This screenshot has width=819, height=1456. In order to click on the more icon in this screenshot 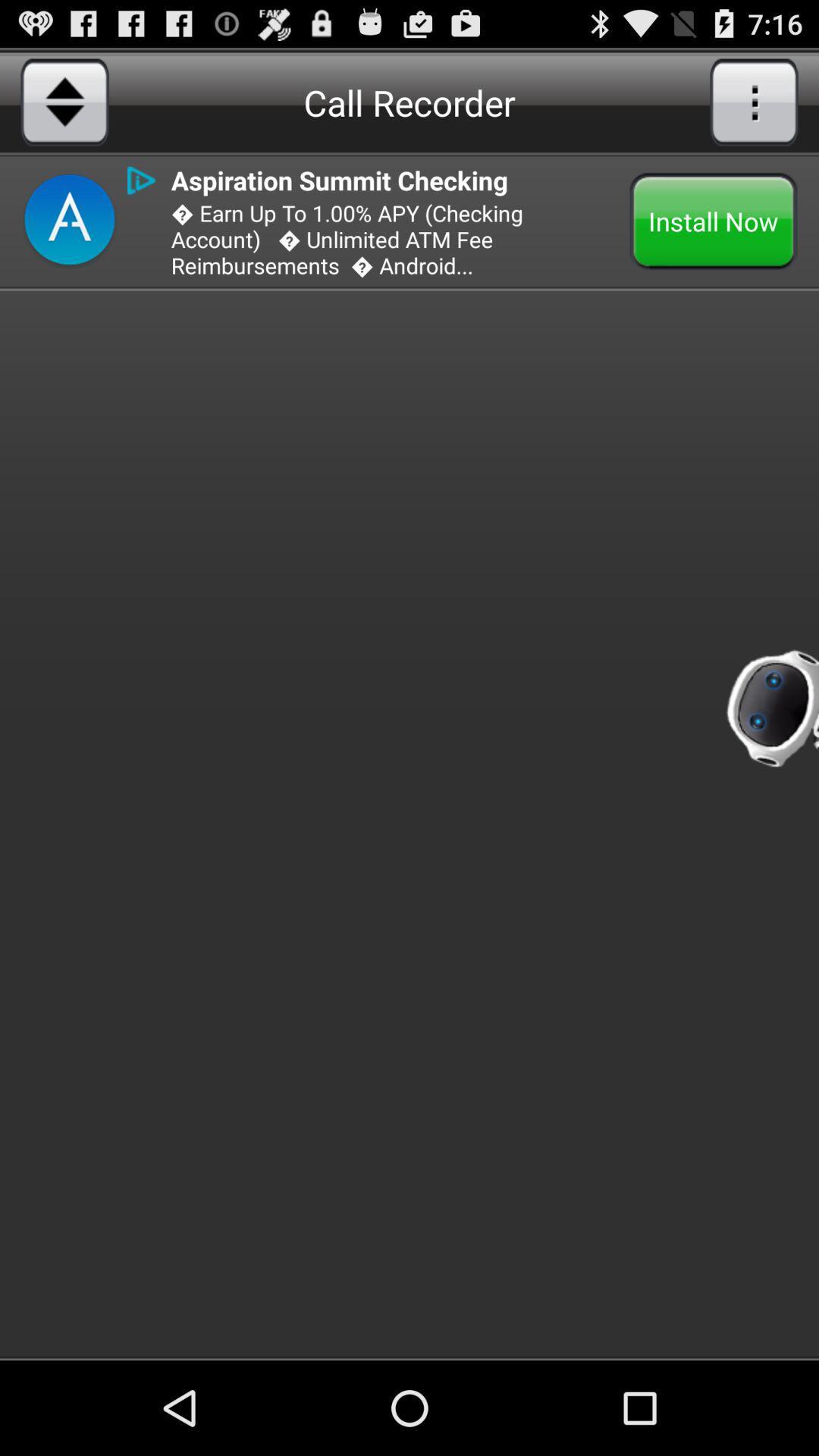, I will do `click(754, 108)`.